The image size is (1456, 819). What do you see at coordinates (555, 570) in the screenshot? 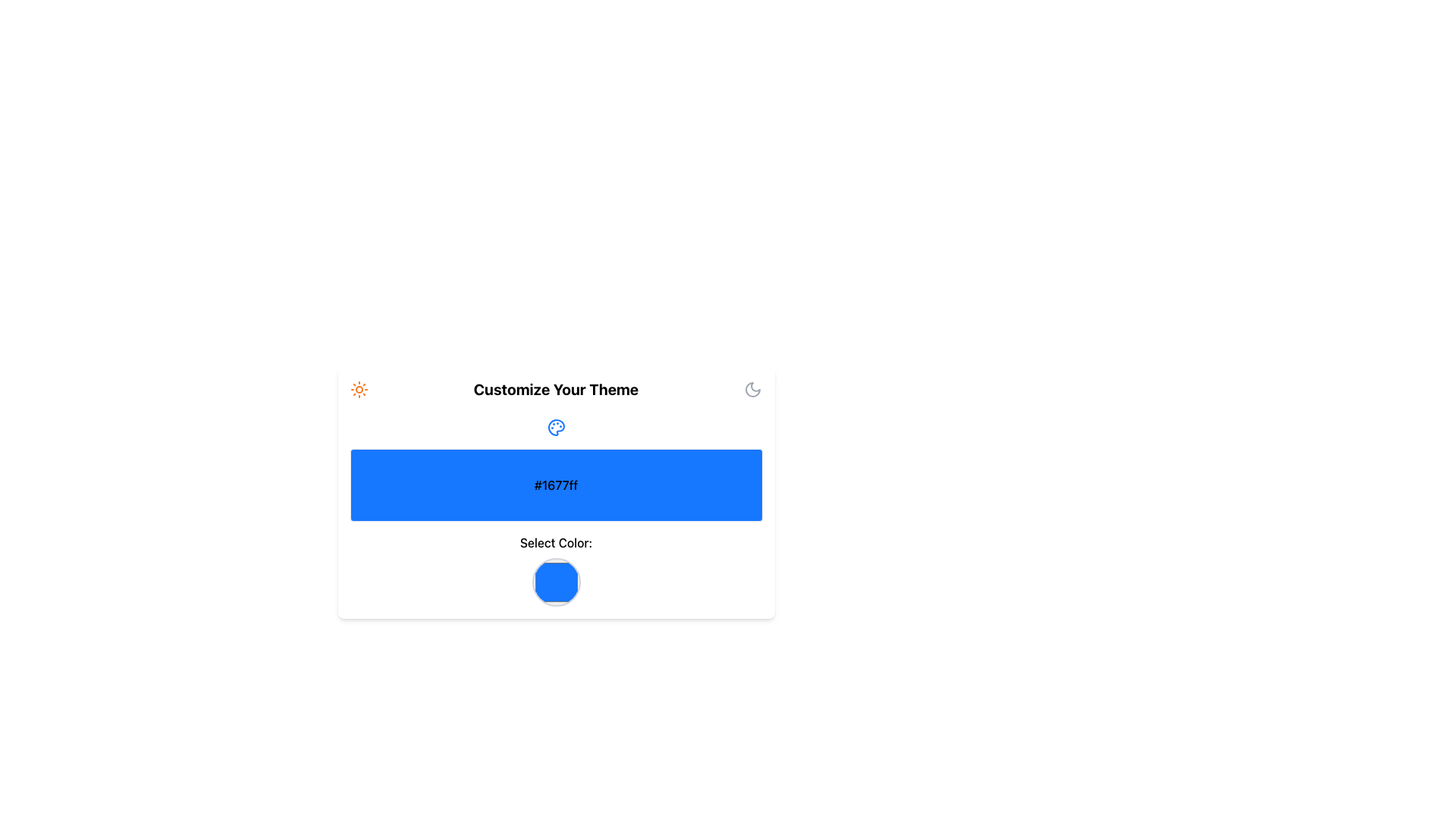
I see `the circular color selector with a gray border and blue fill located at the bottom of the card` at bounding box center [555, 570].